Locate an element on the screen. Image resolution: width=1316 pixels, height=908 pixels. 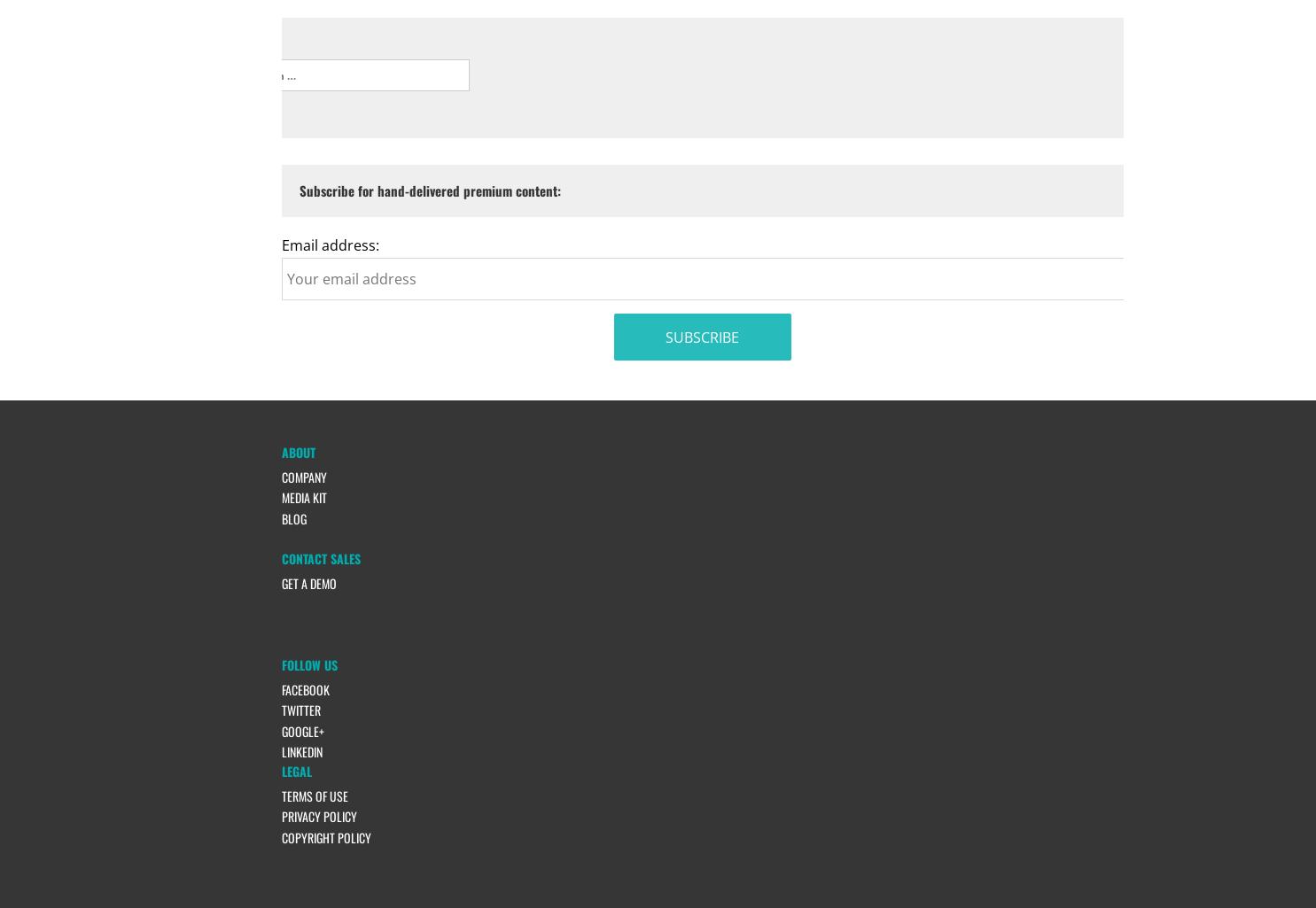
'Media Kit' is located at coordinates (302, 497).